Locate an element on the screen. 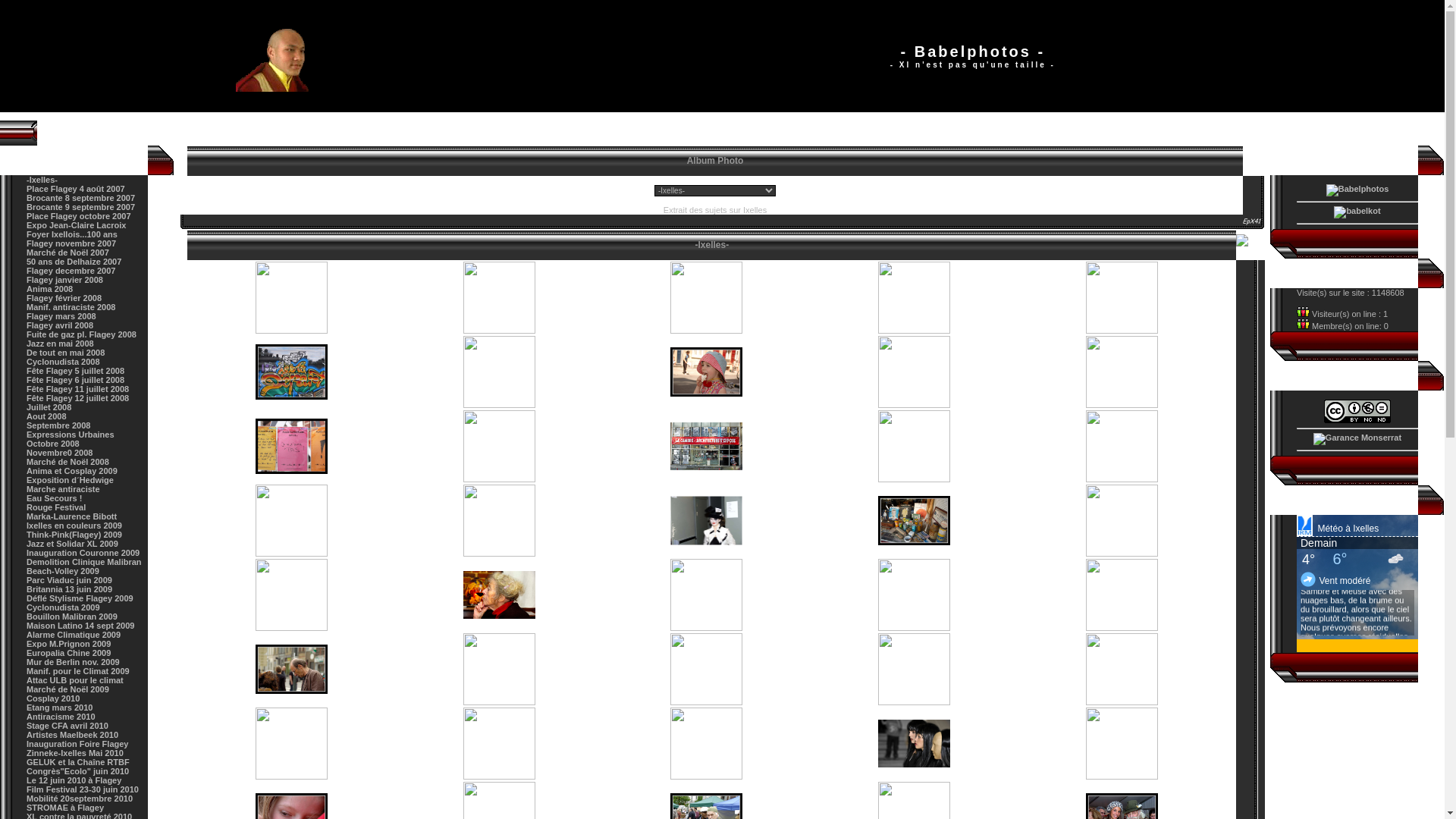 The image size is (1456, 819). 'Fuite de gaz pl. Flagey 2008' is located at coordinates (80, 333).